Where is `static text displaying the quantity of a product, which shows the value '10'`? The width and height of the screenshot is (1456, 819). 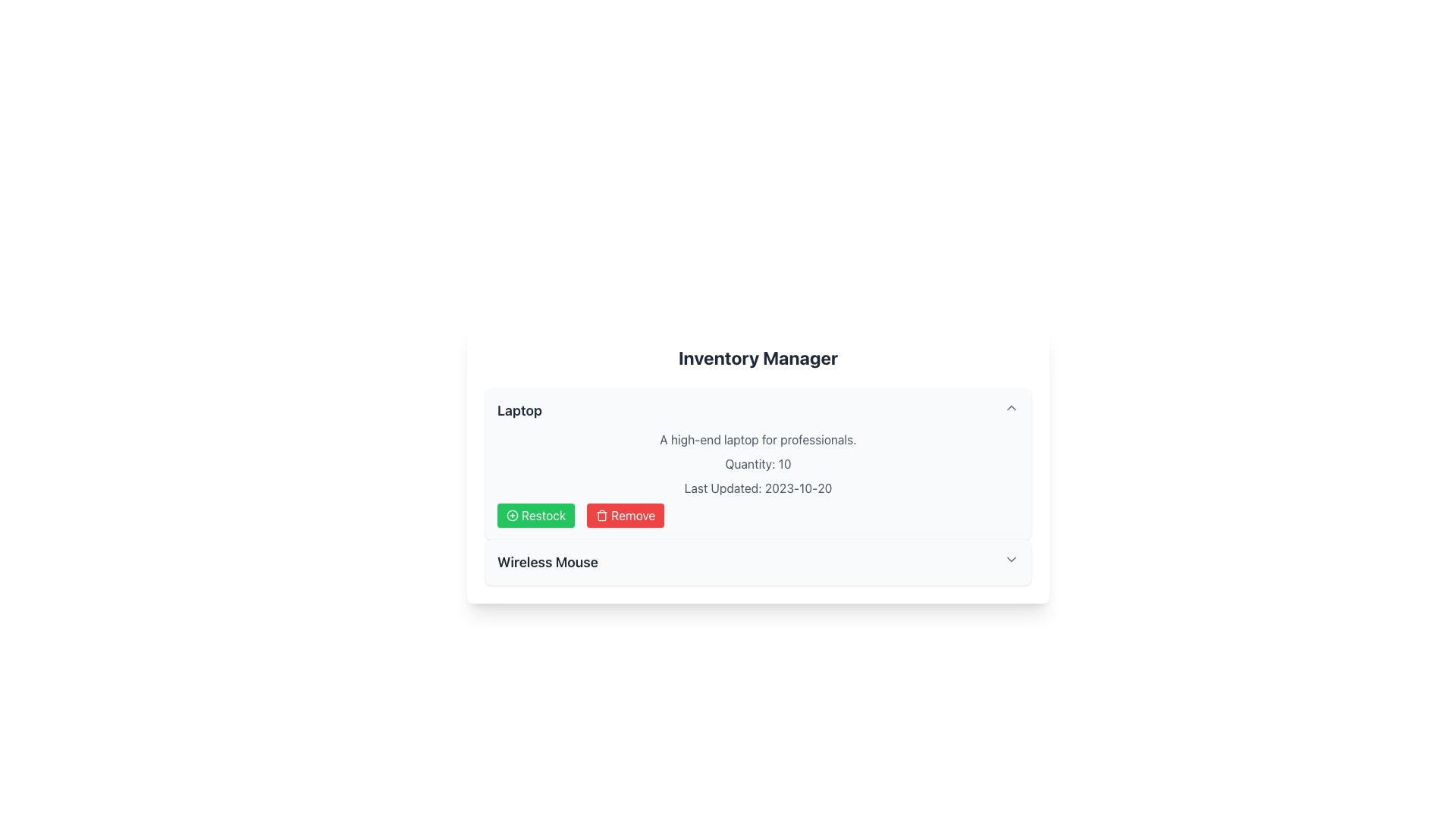
static text displaying the quantity of a product, which shows the value '10' is located at coordinates (758, 463).